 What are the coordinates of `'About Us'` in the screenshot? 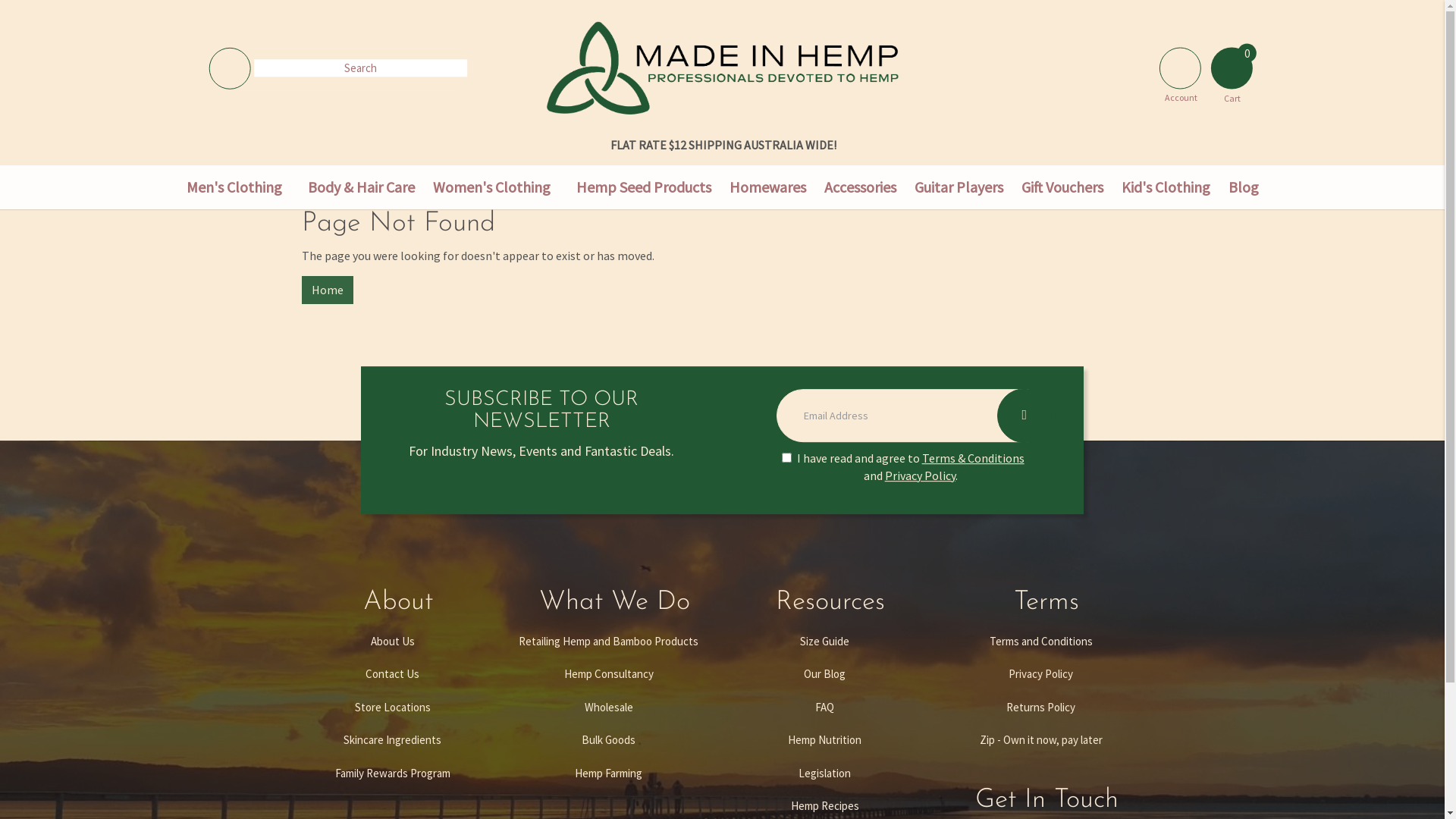 It's located at (392, 641).